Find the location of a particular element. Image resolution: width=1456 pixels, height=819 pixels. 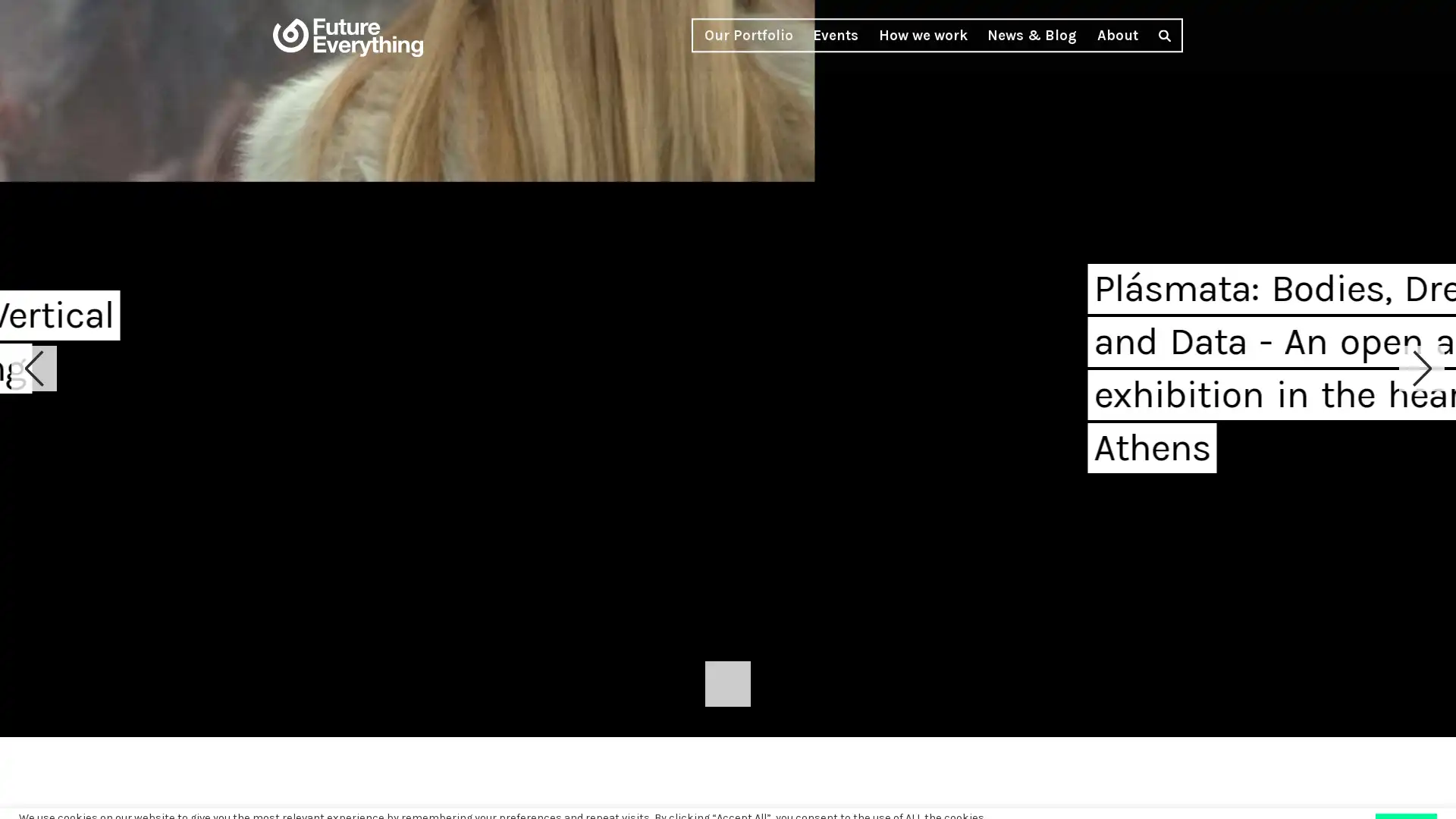

Previous is located at coordinates (33, 369).